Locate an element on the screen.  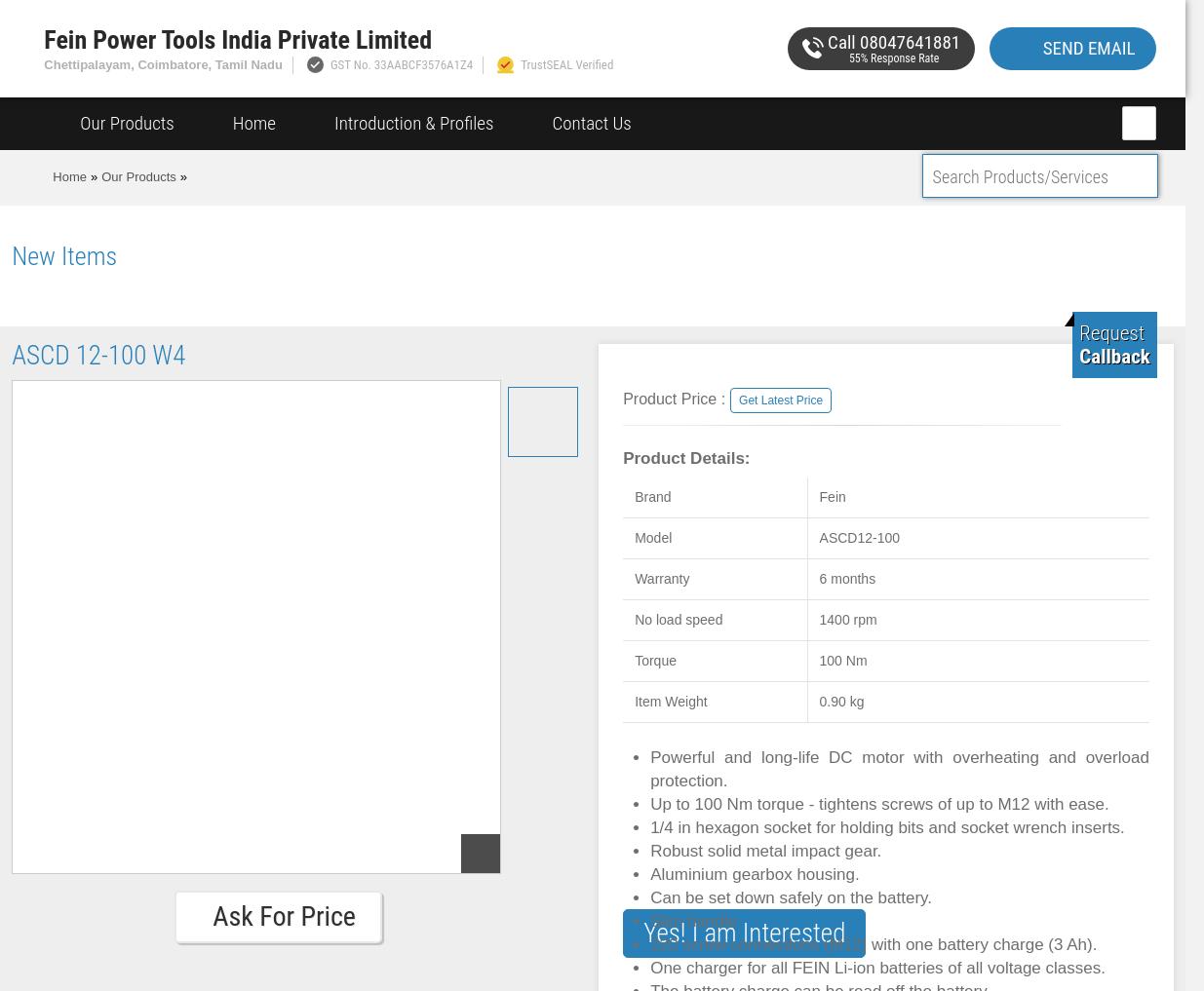
'One charger for all FEIN Li-ion batteries of all voltage classes.' is located at coordinates (875, 968).